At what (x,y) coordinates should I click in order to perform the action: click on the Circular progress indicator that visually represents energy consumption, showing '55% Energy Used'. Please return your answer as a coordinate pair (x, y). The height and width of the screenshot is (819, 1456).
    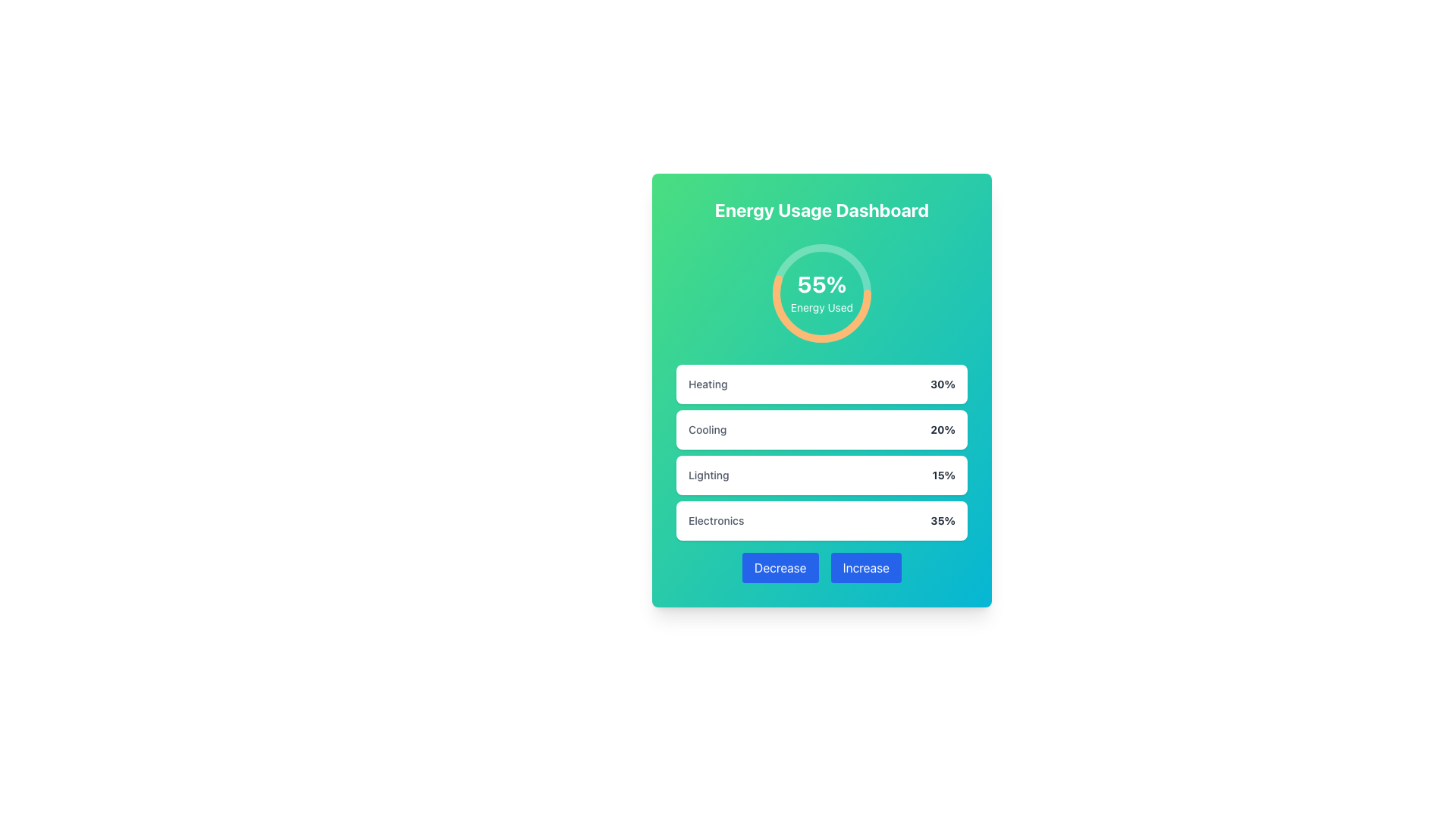
    Looking at the image, I should click on (821, 293).